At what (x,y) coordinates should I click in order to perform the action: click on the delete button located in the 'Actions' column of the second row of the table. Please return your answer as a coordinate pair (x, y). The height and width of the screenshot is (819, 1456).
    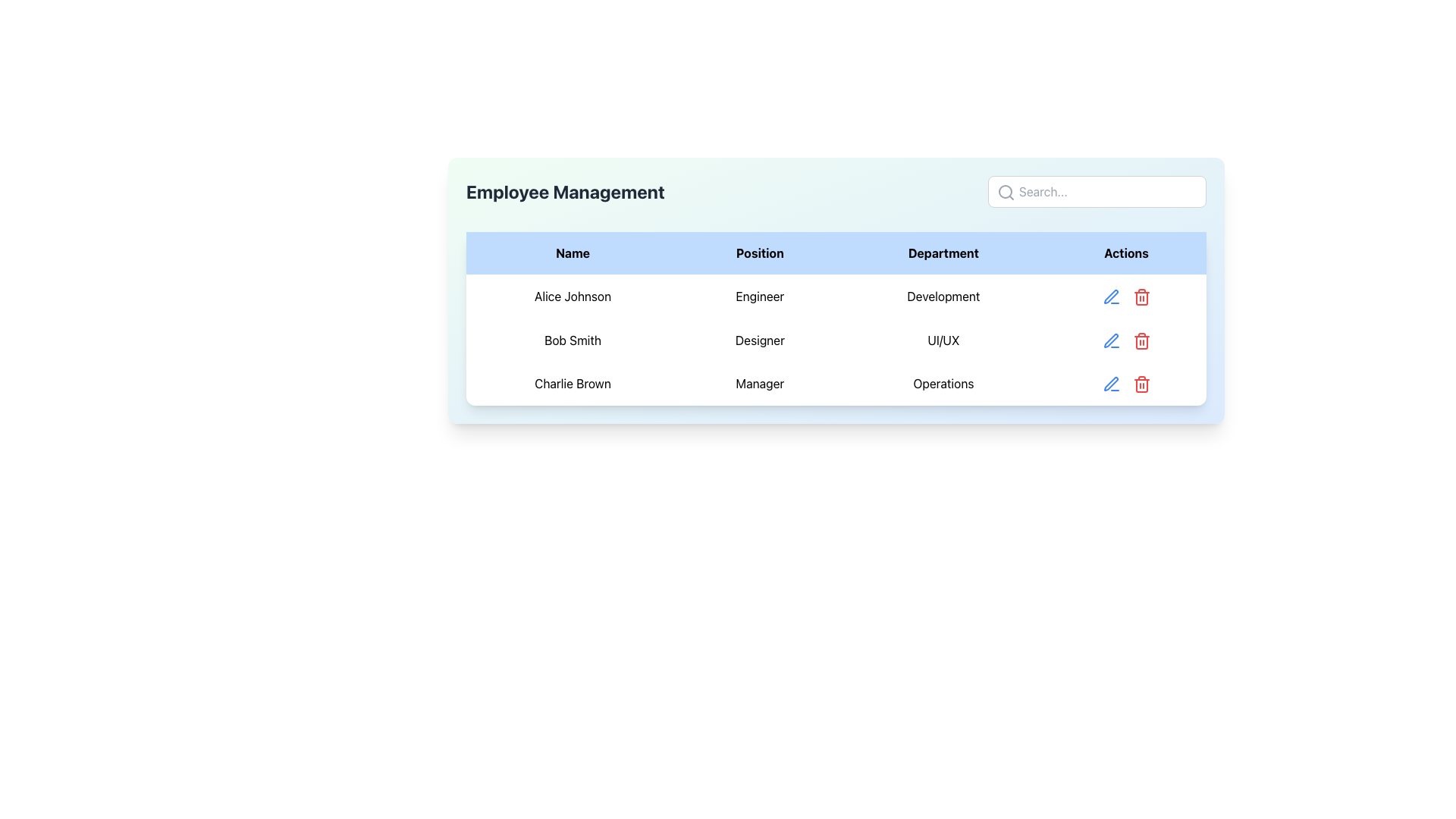
    Looking at the image, I should click on (1141, 339).